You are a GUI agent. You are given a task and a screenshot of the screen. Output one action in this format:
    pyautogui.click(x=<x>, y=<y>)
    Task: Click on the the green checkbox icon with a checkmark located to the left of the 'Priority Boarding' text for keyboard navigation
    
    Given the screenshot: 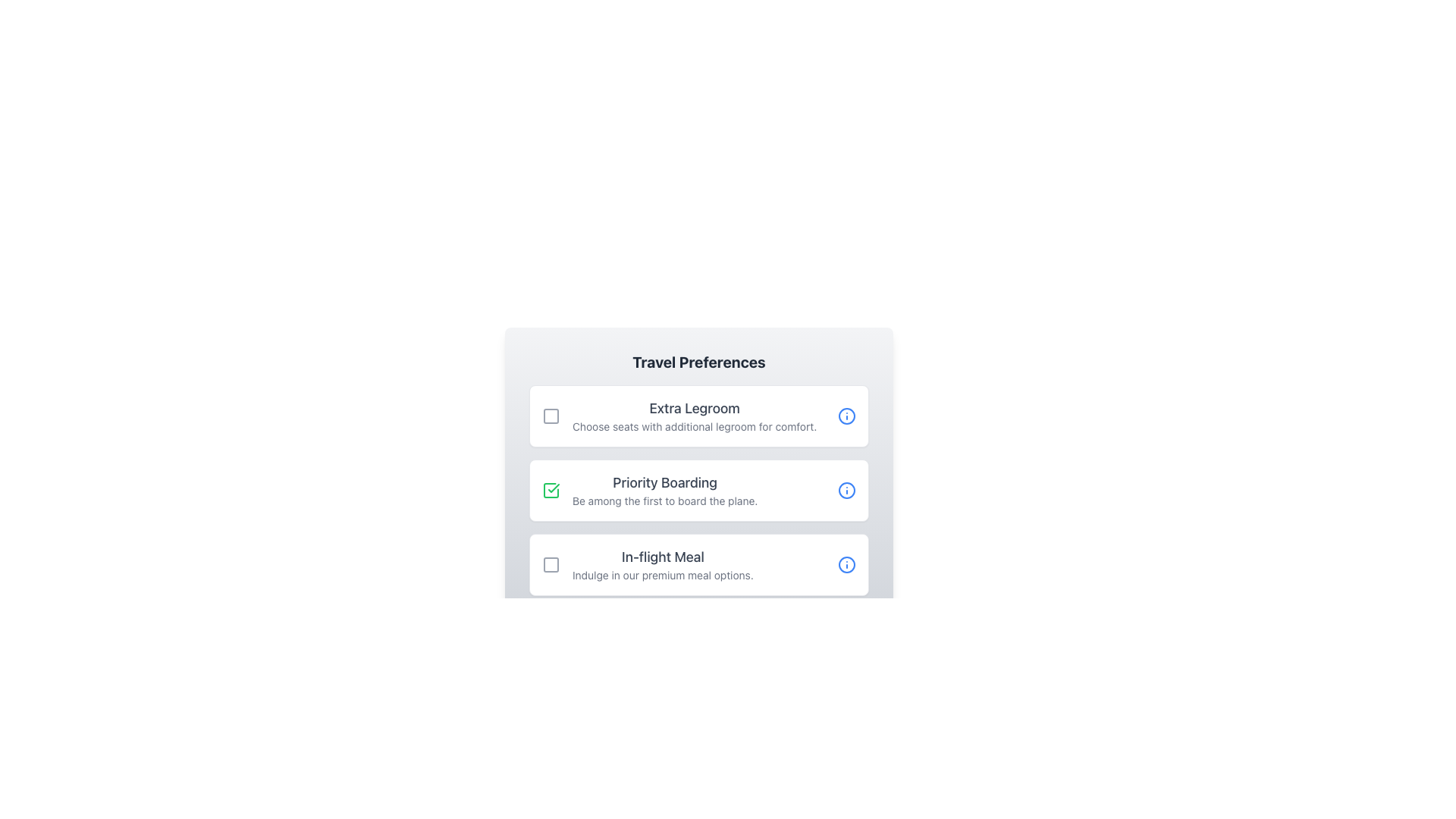 What is the action you would take?
    pyautogui.click(x=550, y=491)
    